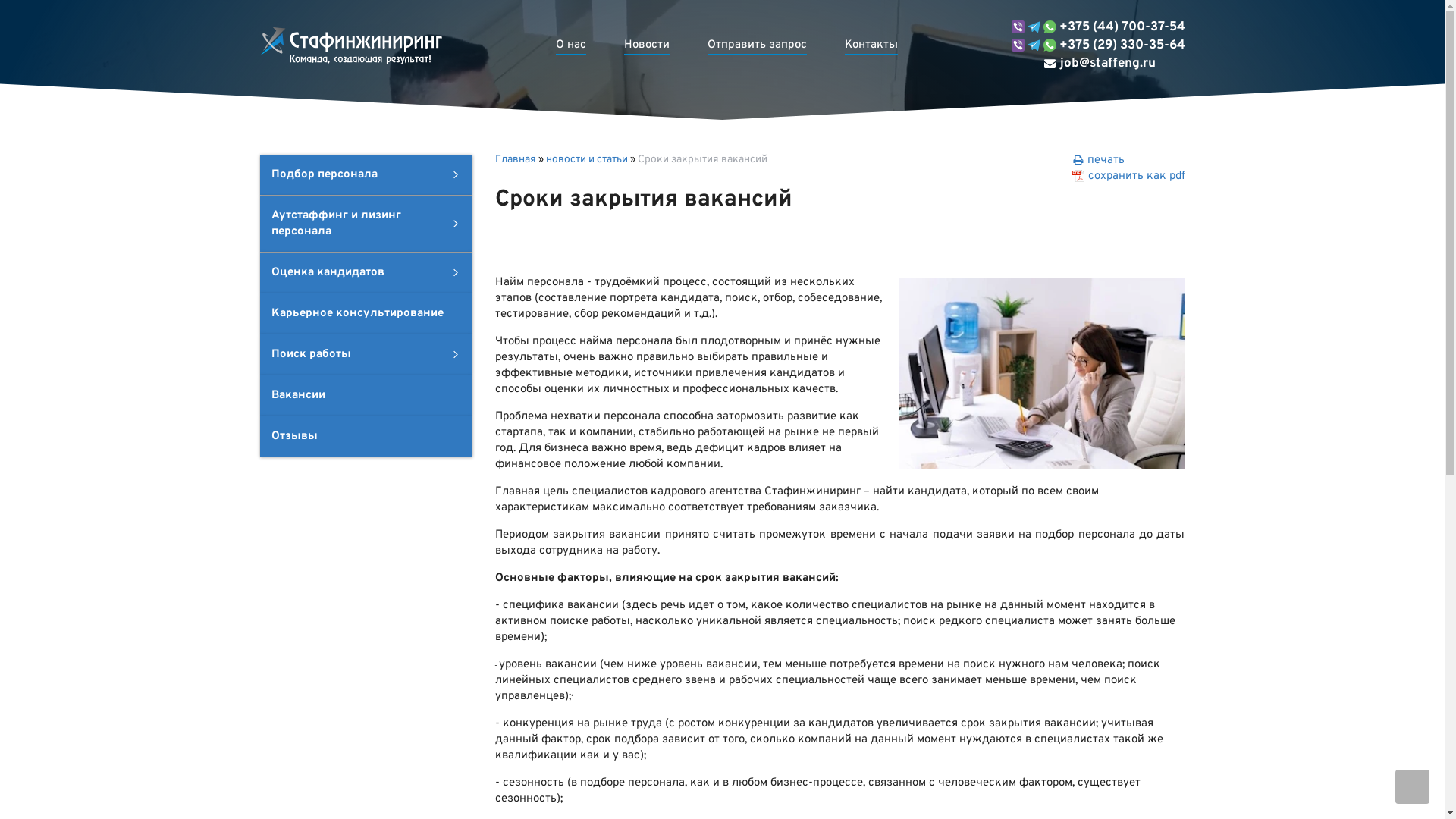 This screenshot has height=819, width=1456. What do you see at coordinates (1083, 63) in the screenshot?
I see `'job@staffeng.ru'` at bounding box center [1083, 63].